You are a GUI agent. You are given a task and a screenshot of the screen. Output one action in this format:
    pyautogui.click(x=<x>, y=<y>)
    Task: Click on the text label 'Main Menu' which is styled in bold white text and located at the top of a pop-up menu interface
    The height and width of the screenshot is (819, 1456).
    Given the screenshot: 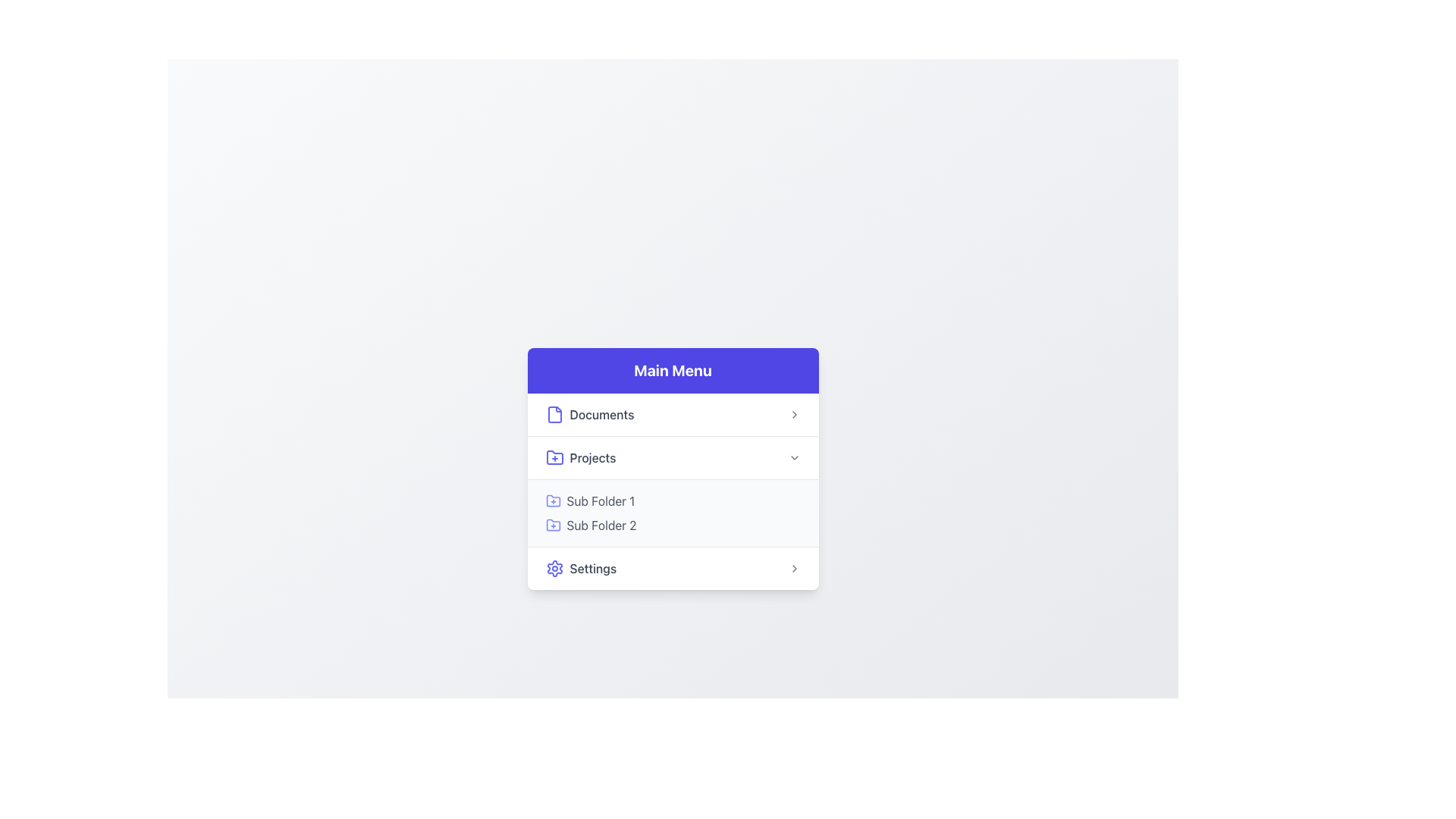 What is the action you would take?
    pyautogui.click(x=672, y=370)
    